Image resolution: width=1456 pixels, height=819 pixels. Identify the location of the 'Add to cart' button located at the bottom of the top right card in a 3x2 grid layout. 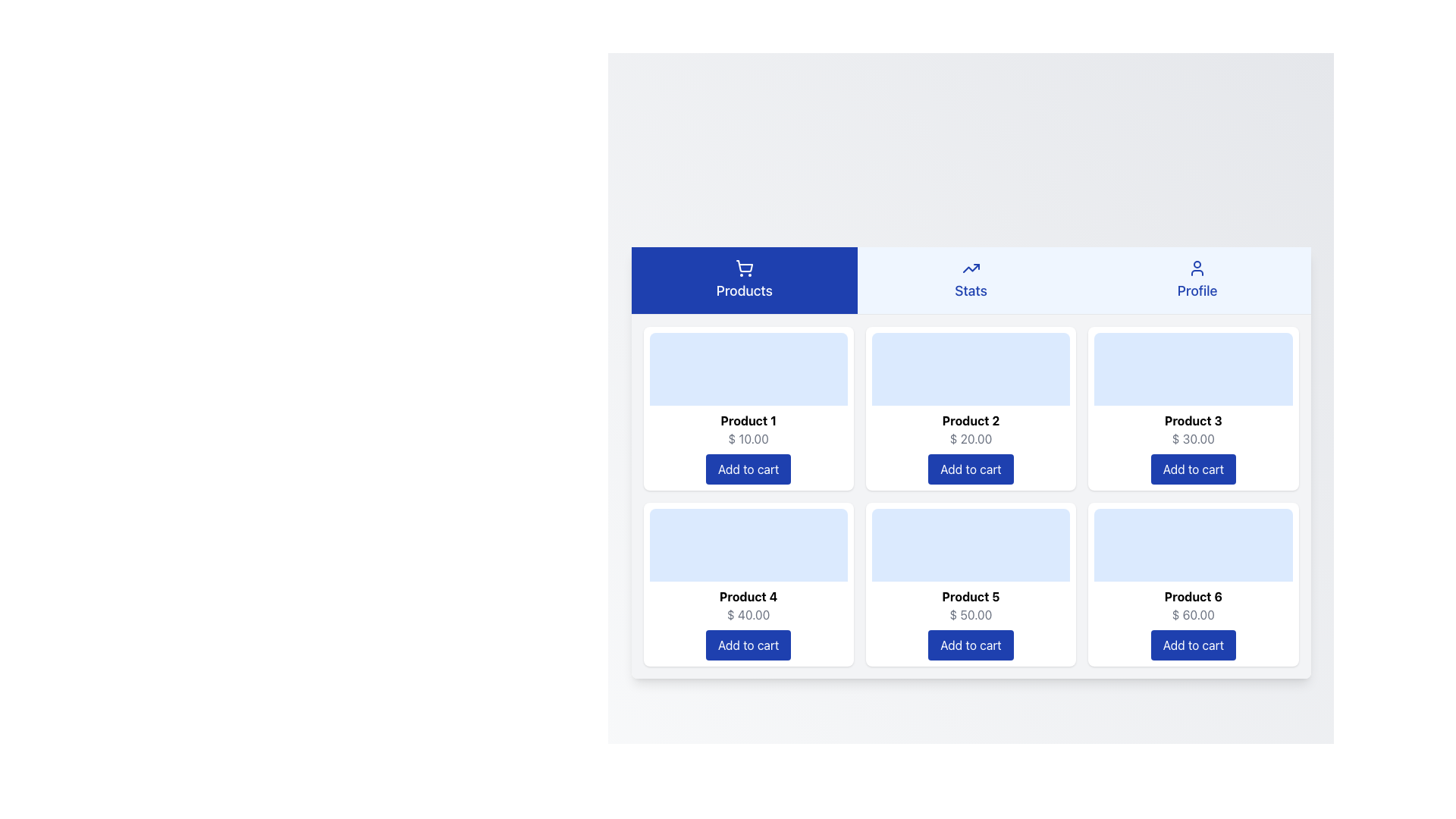
(1192, 468).